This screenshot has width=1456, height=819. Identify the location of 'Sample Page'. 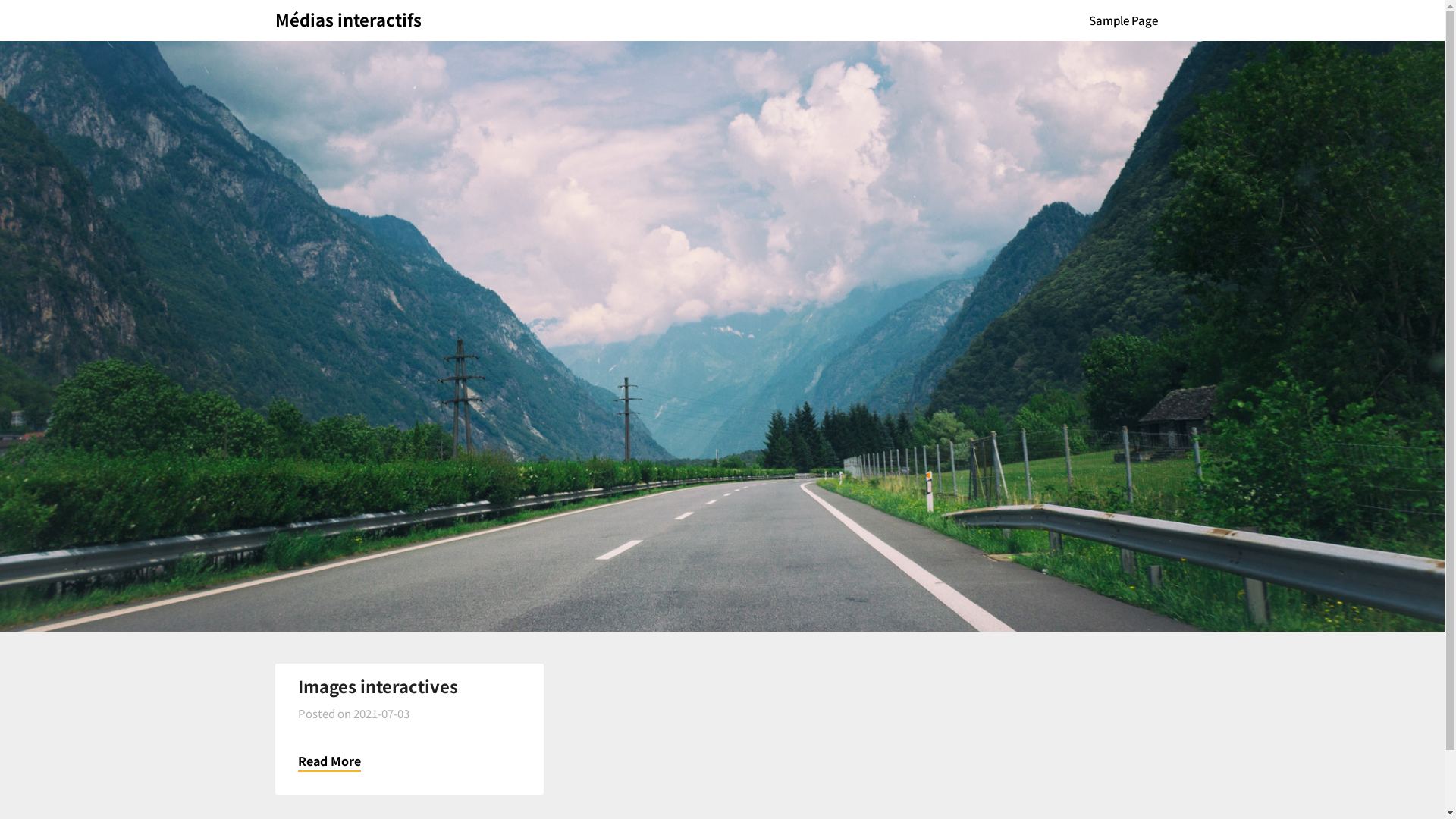
(1076, 20).